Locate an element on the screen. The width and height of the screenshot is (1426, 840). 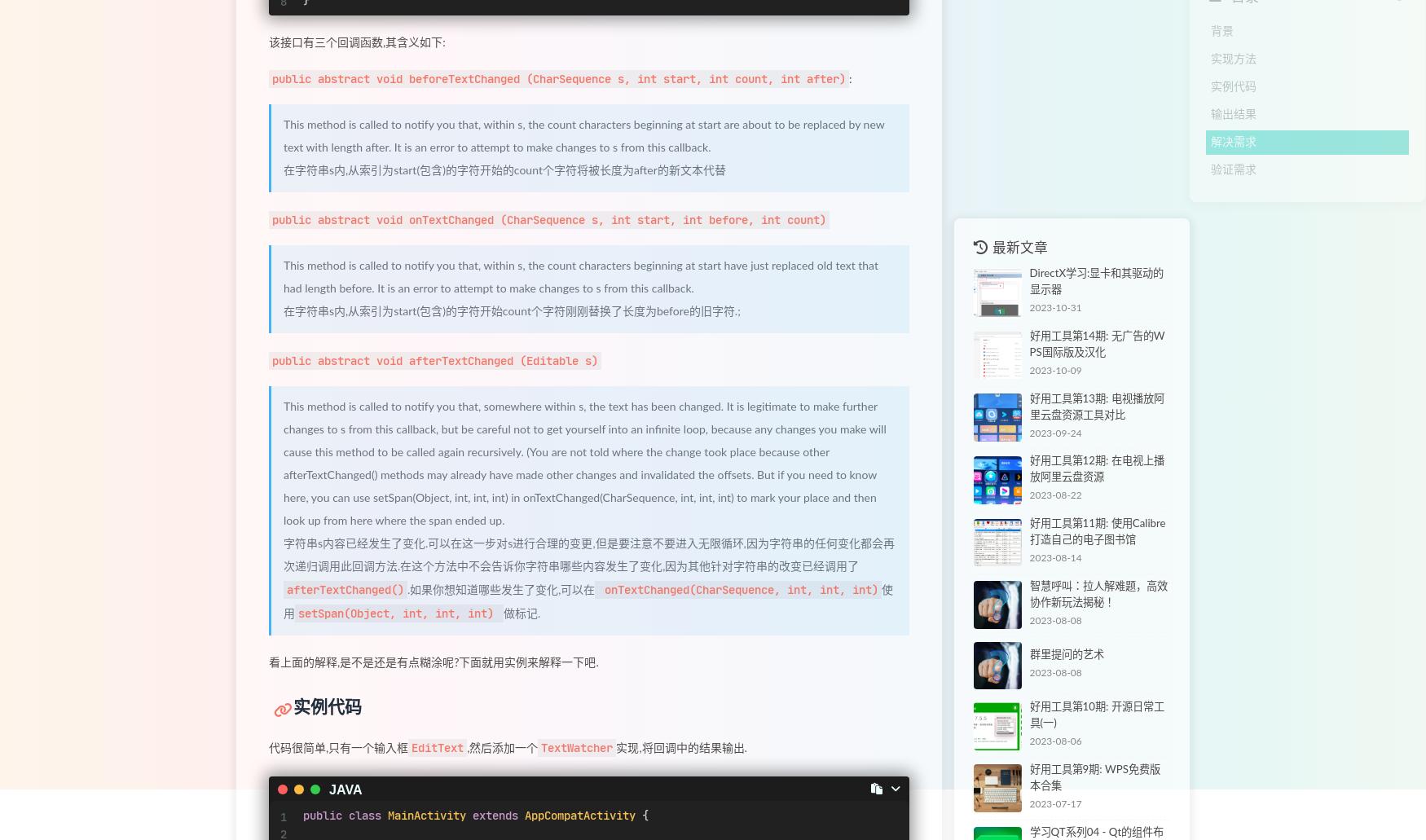
':' is located at coordinates (849, 80).